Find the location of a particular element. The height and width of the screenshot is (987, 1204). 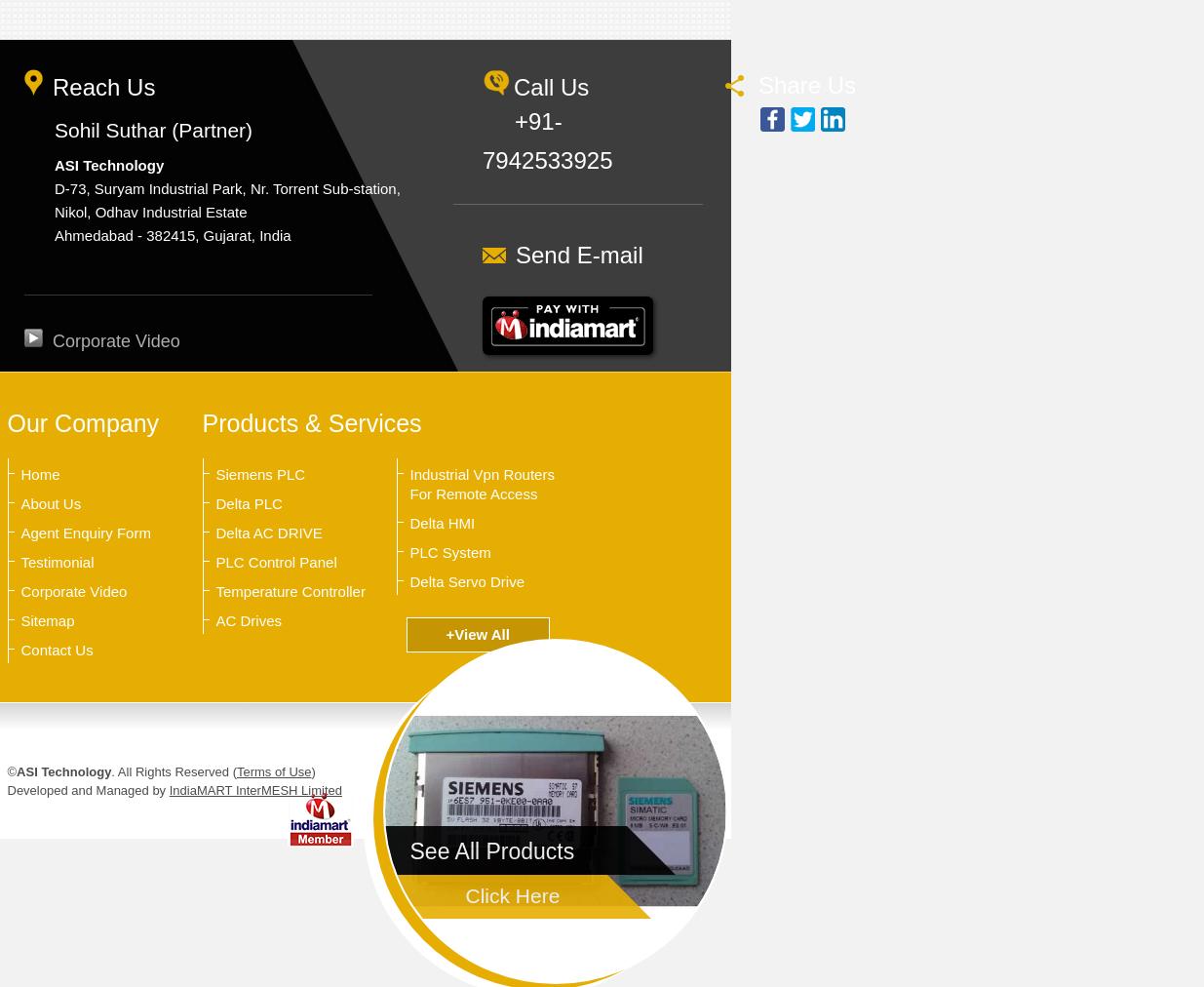

'Click Here' is located at coordinates (511, 895).